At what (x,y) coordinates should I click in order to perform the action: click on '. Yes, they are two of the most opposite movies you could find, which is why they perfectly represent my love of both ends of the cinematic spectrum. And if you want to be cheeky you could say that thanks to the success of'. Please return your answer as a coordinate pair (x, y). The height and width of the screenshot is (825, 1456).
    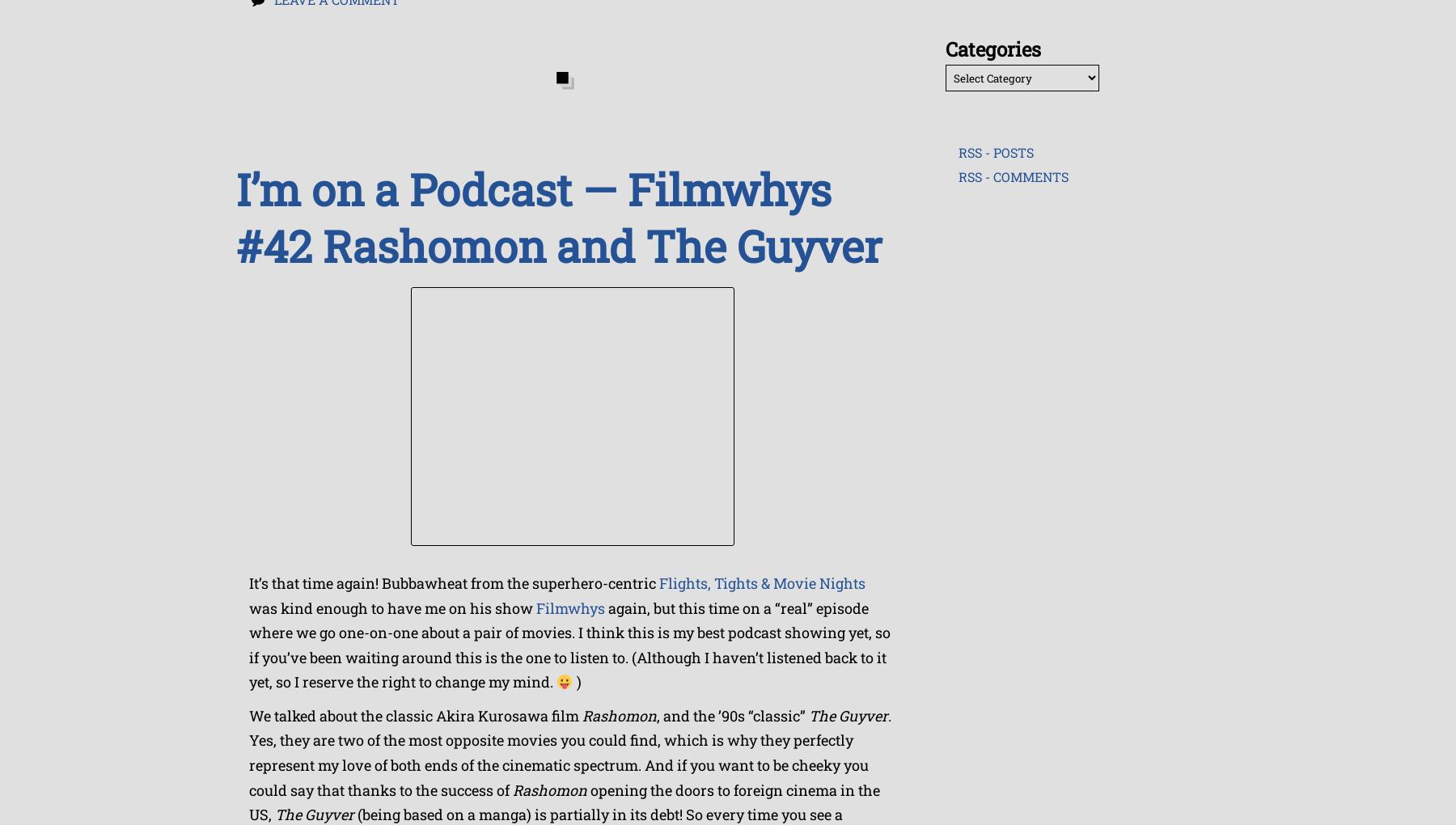
    Looking at the image, I should click on (569, 752).